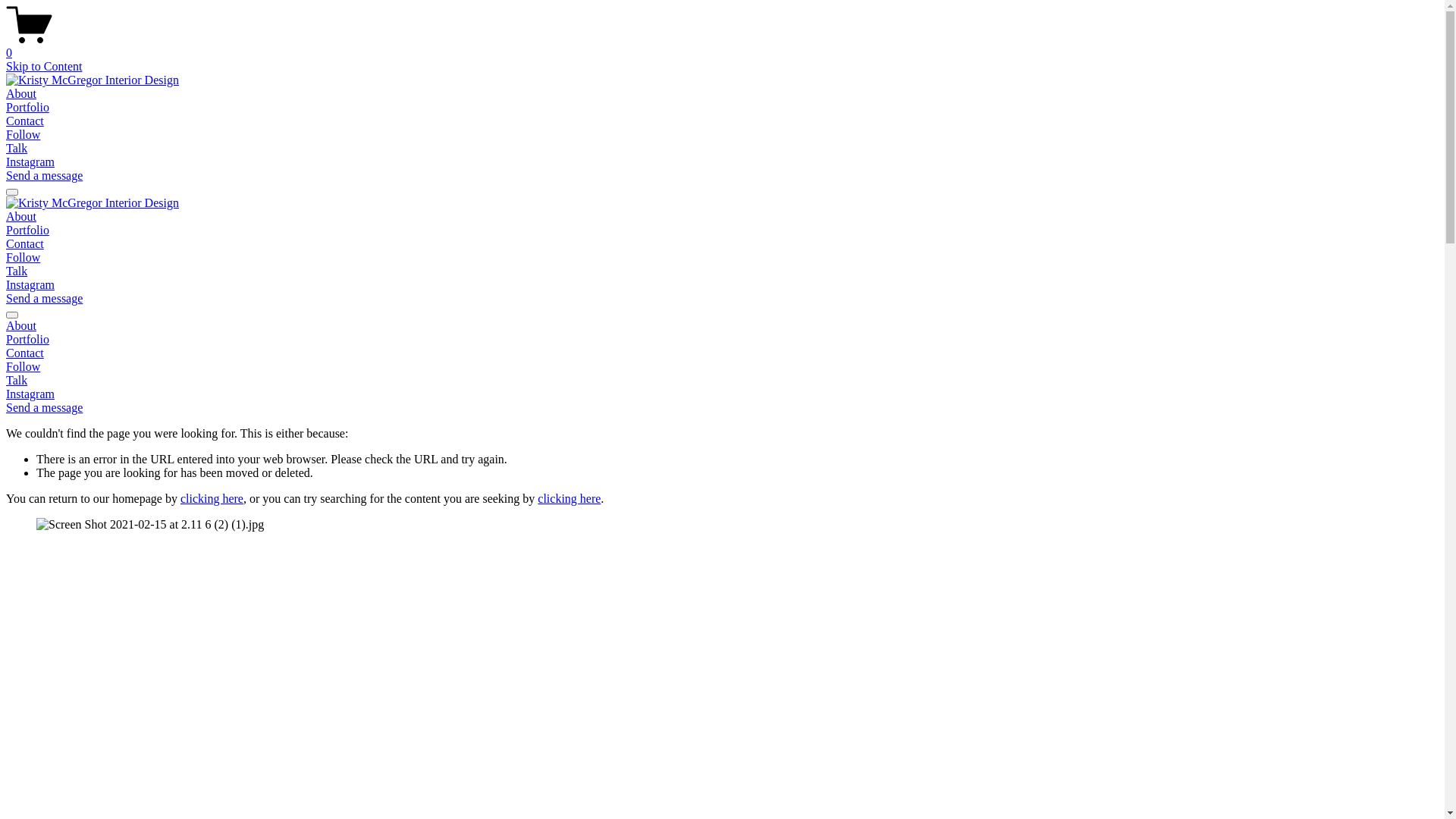  What do you see at coordinates (27, 106) in the screenshot?
I see `'Portfolio'` at bounding box center [27, 106].